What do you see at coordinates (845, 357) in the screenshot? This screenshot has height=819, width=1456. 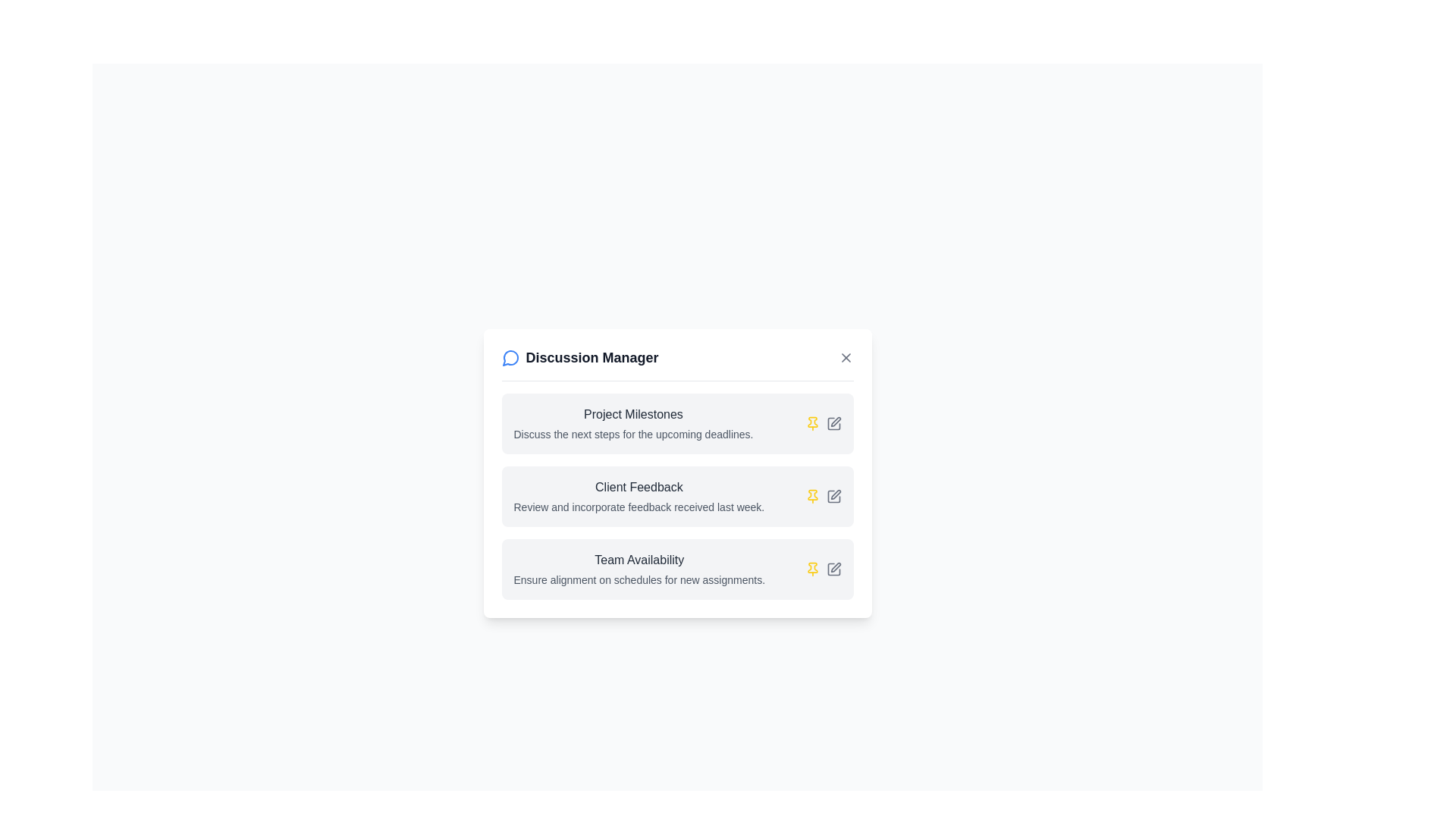 I see `the close button located at the top right corner of the 'Discussion Manager' section to change its color` at bounding box center [845, 357].